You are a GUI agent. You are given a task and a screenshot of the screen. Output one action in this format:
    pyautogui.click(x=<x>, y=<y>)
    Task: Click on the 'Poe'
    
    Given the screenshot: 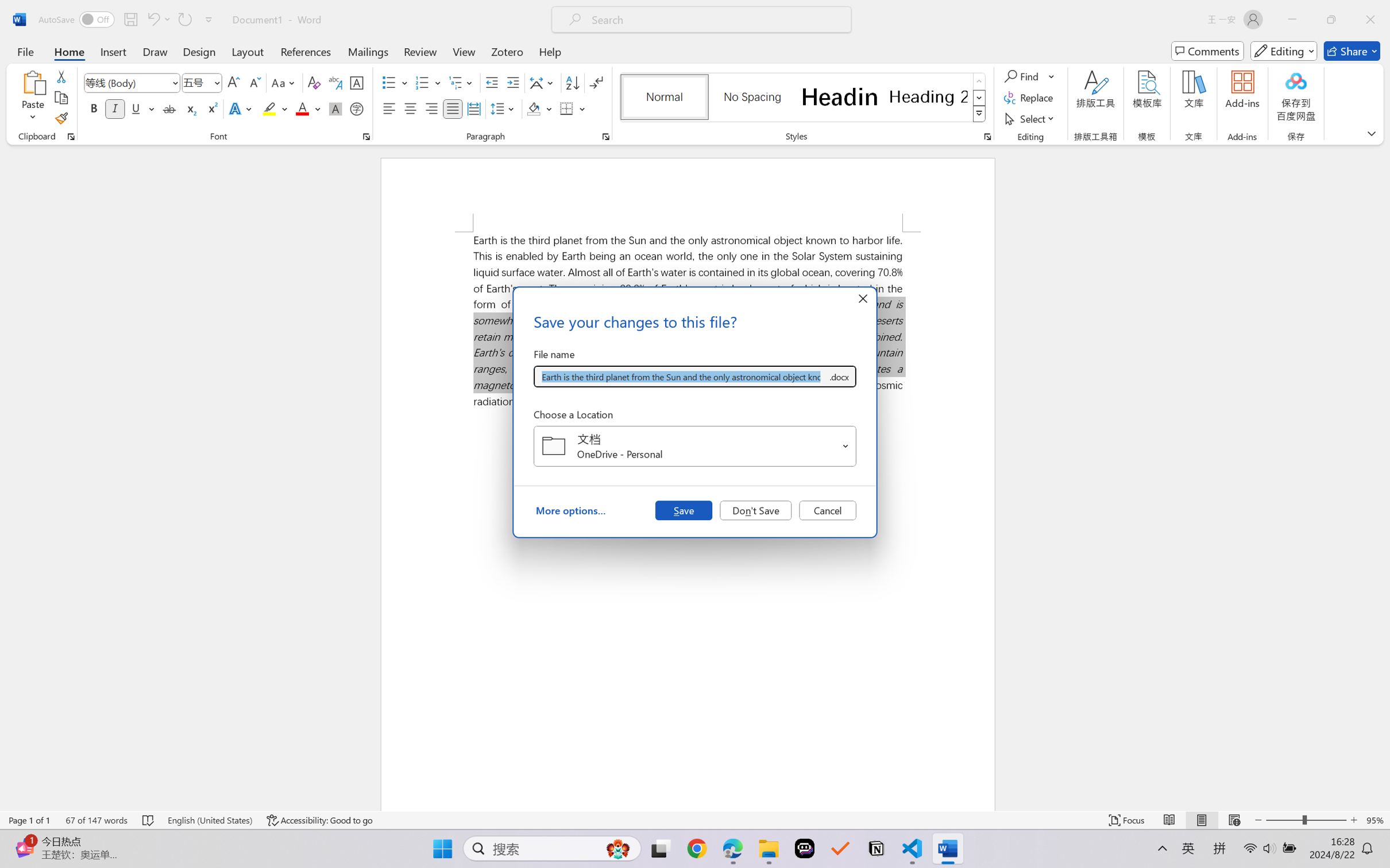 What is the action you would take?
    pyautogui.click(x=804, y=848)
    